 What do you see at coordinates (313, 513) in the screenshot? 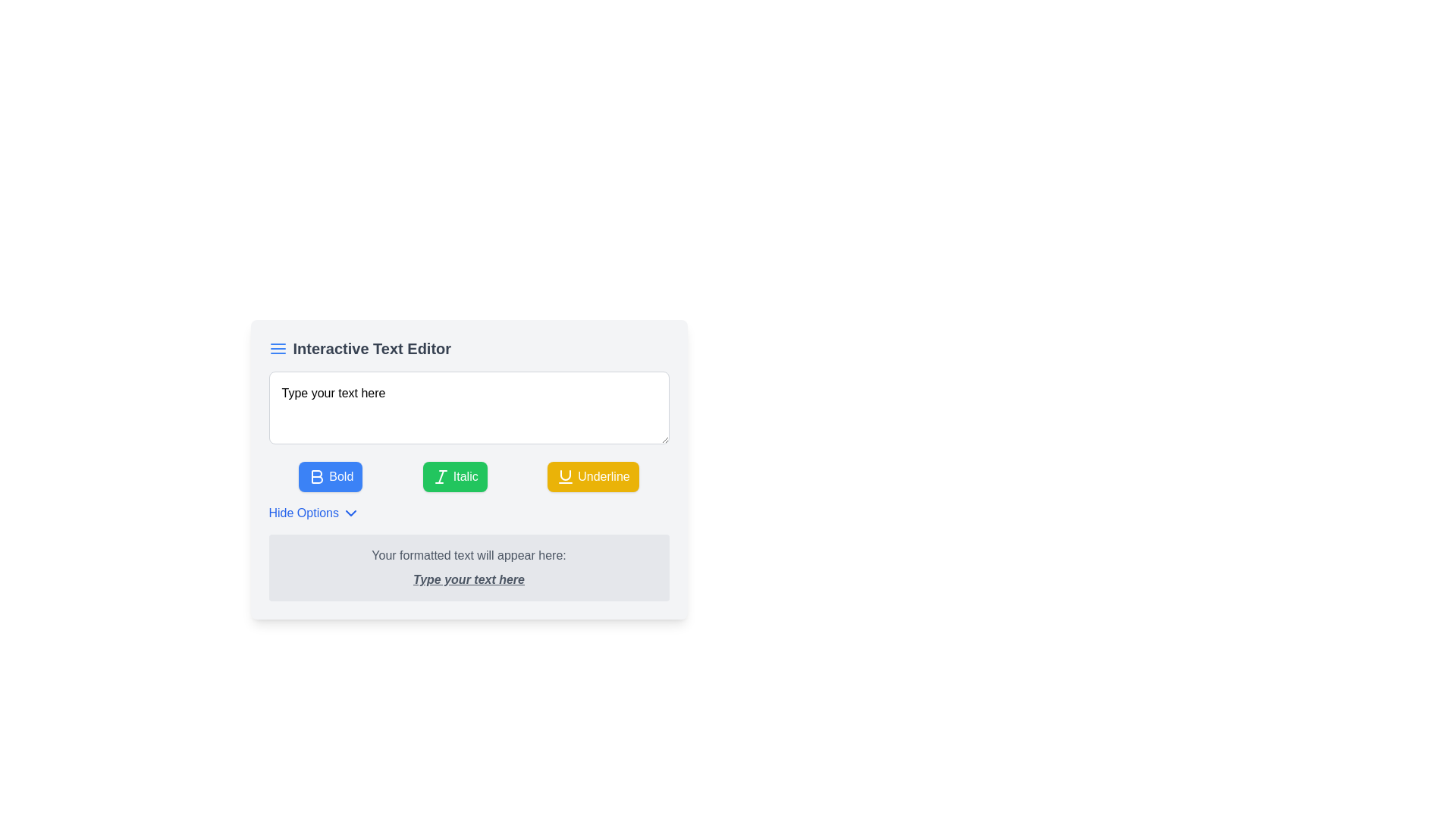
I see `the toggle button below the formatting buttons in the interactive text editor` at bounding box center [313, 513].